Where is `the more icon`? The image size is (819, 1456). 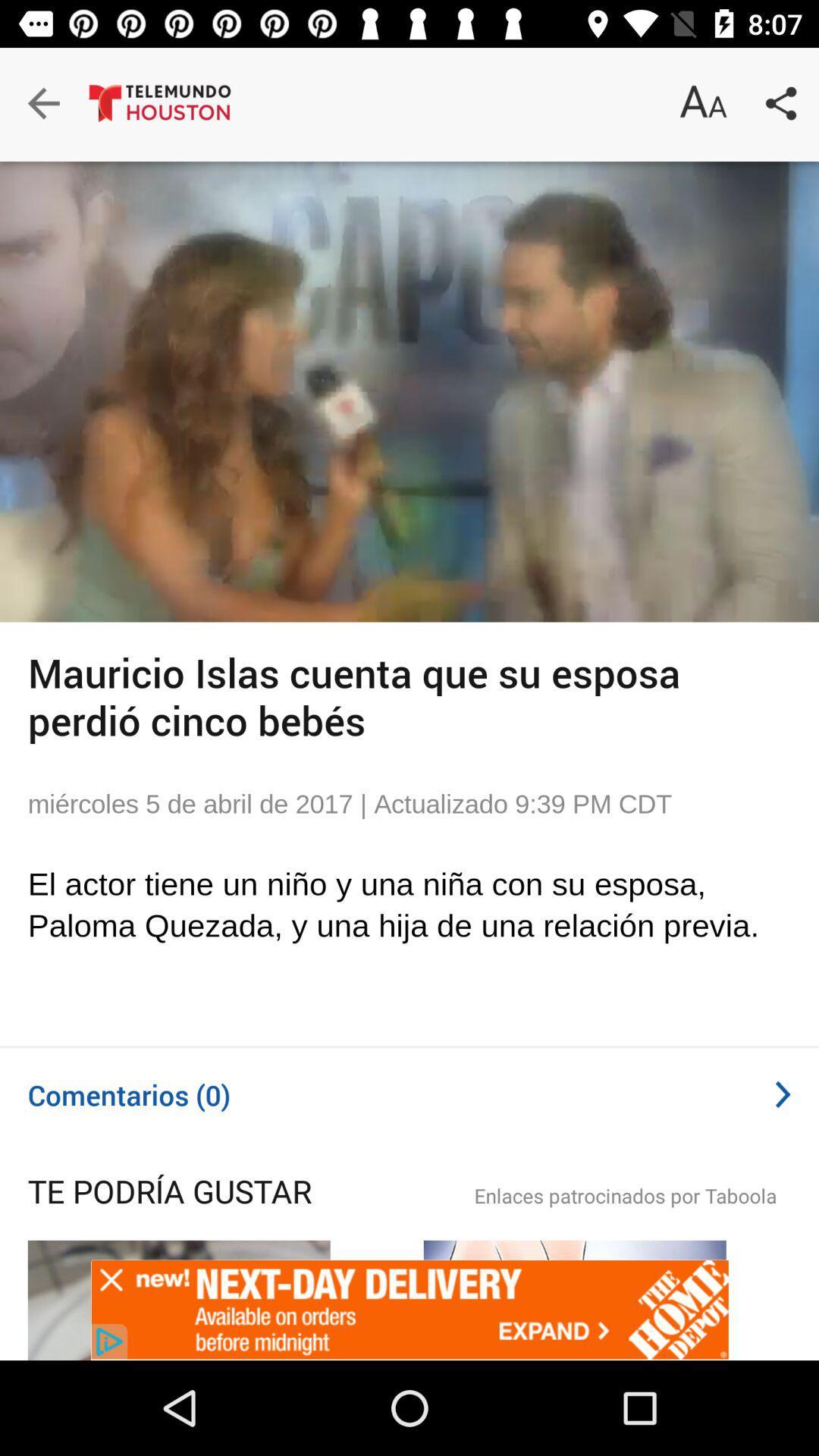 the more icon is located at coordinates (767, 1207).